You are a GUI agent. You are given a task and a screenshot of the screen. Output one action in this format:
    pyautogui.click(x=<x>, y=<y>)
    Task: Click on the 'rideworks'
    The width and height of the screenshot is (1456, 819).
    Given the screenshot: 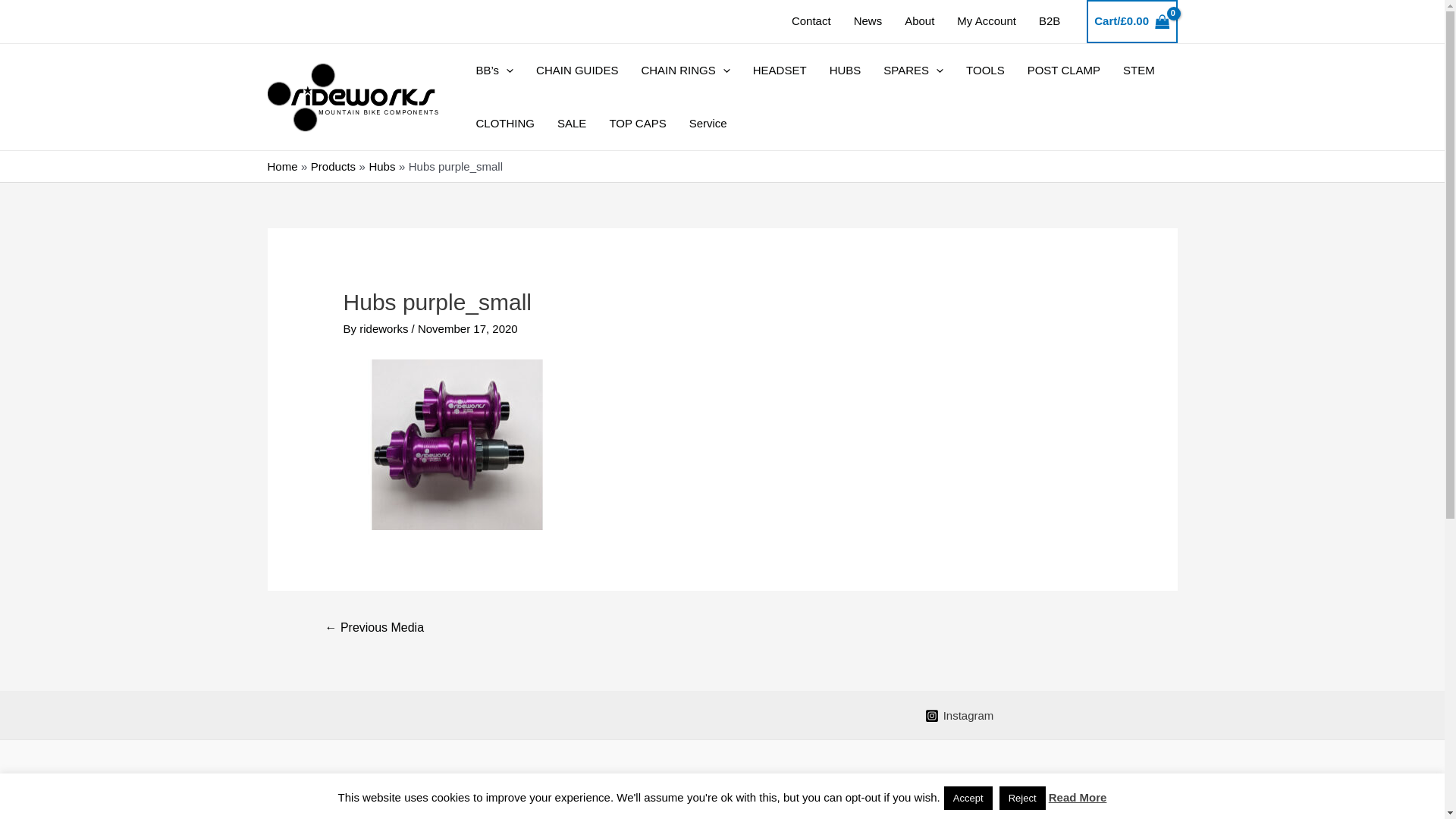 What is the action you would take?
    pyautogui.click(x=385, y=328)
    